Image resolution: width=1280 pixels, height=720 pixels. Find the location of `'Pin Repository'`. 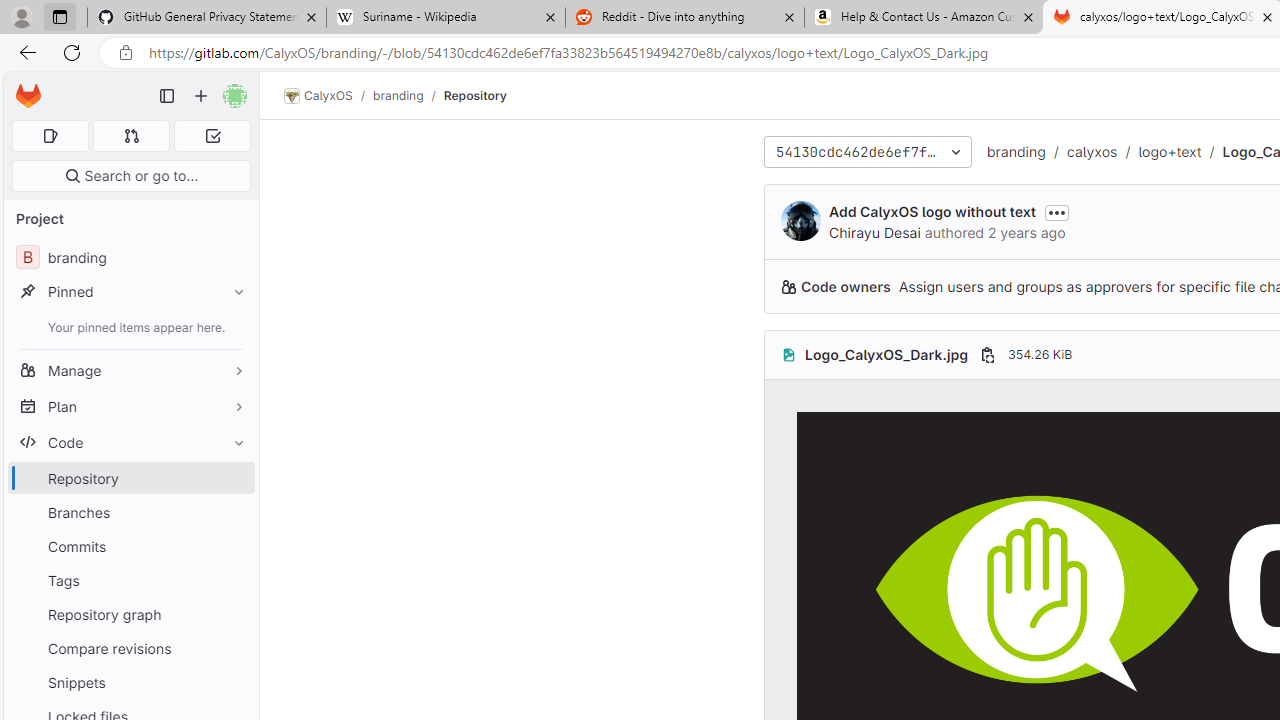

'Pin Repository' is located at coordinates (234, 478).